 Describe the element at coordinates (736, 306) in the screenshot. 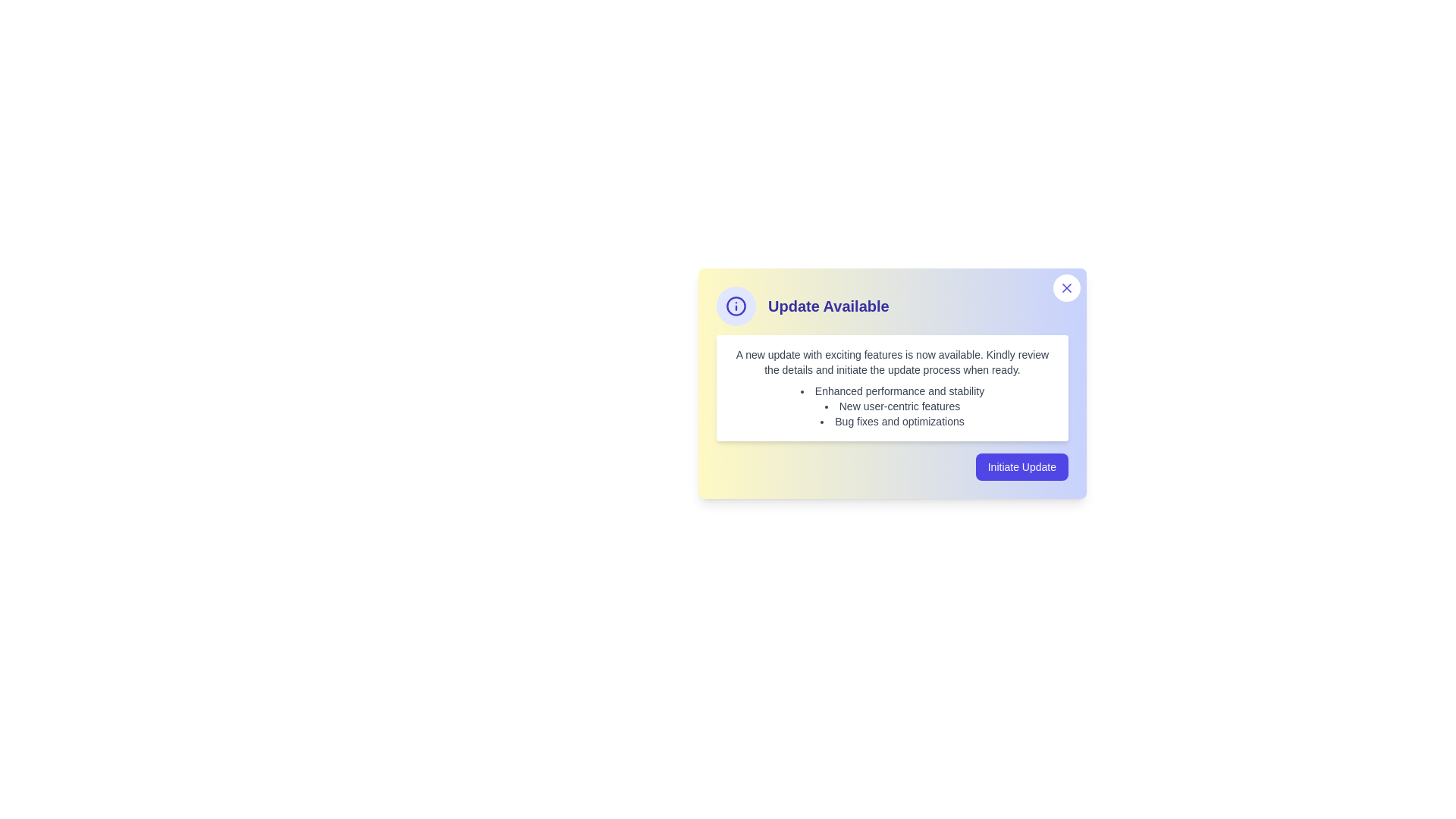

I see `the informational icon to inspect it visually` at that location.